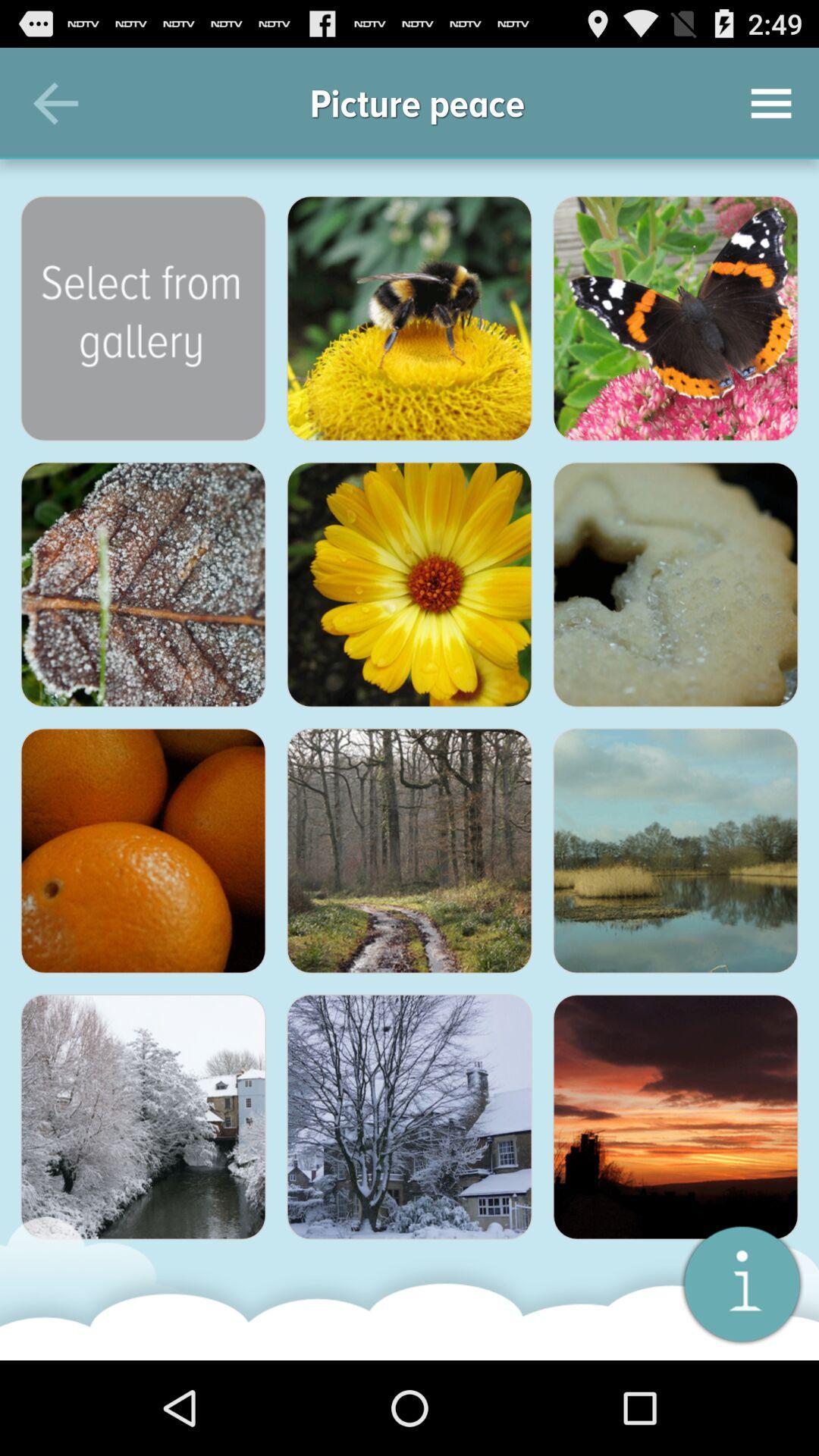 This screenshot has width=819, height=1456. Describe the element at coordinates (409, 1117) in the screenshot. I see `wallpaper` at that location.